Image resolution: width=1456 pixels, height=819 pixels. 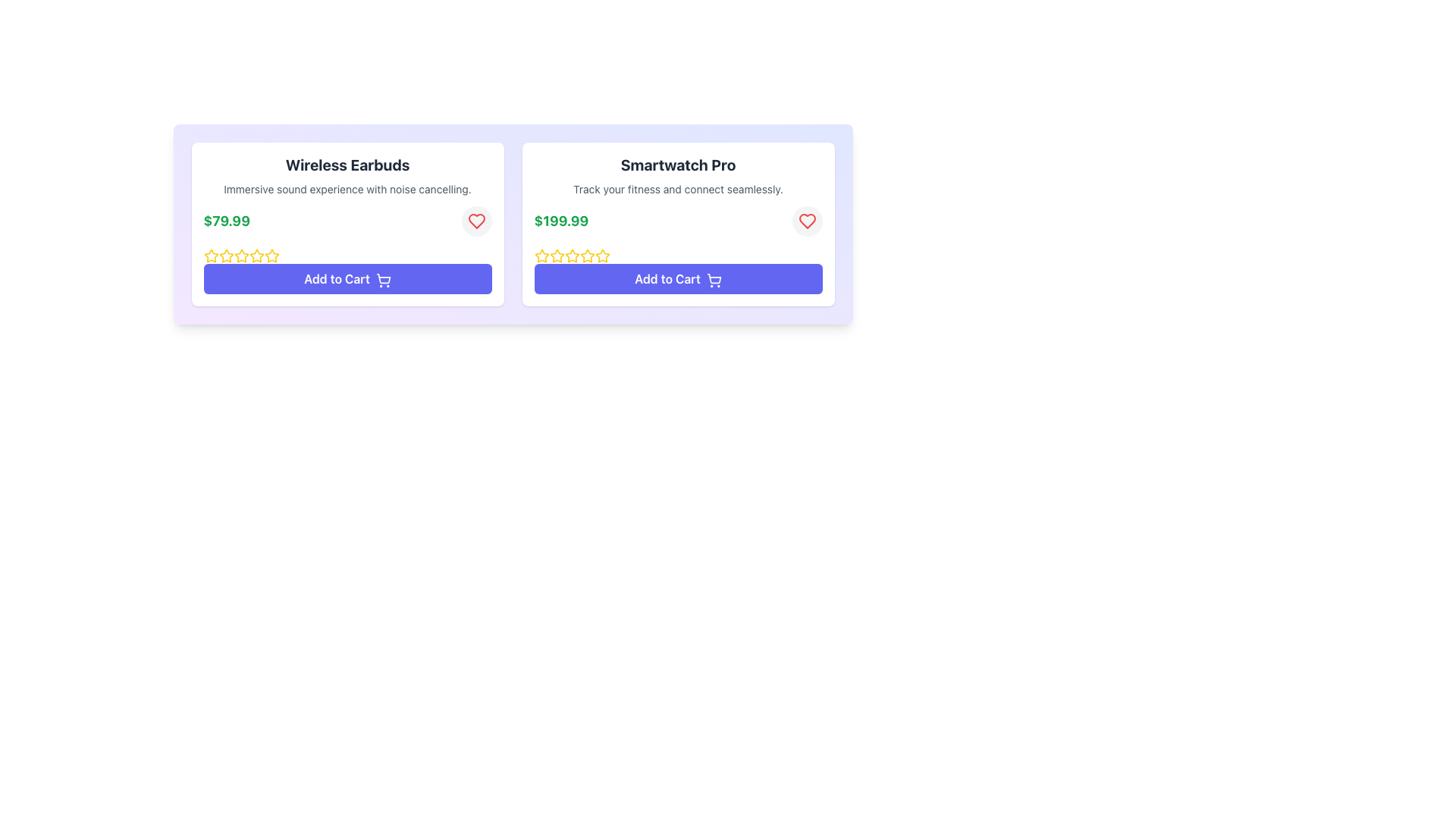 What do you see at coordinates (556, 255) in the screenshot?
I see `the first yellow star in the rating section of the 'Smartwatch Pro' product card, which is located below the price` at bounding box center [556, 255].